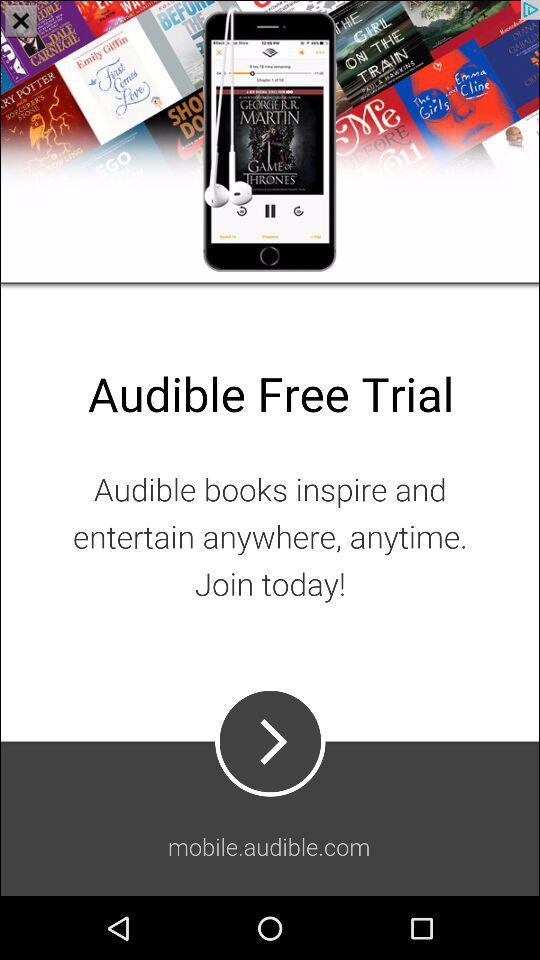 Image resolution: width=540 pixels, height=960 pixels. Describe the element at coordinates (20, 21) in the screenshot. I see `the close icon` at that location.